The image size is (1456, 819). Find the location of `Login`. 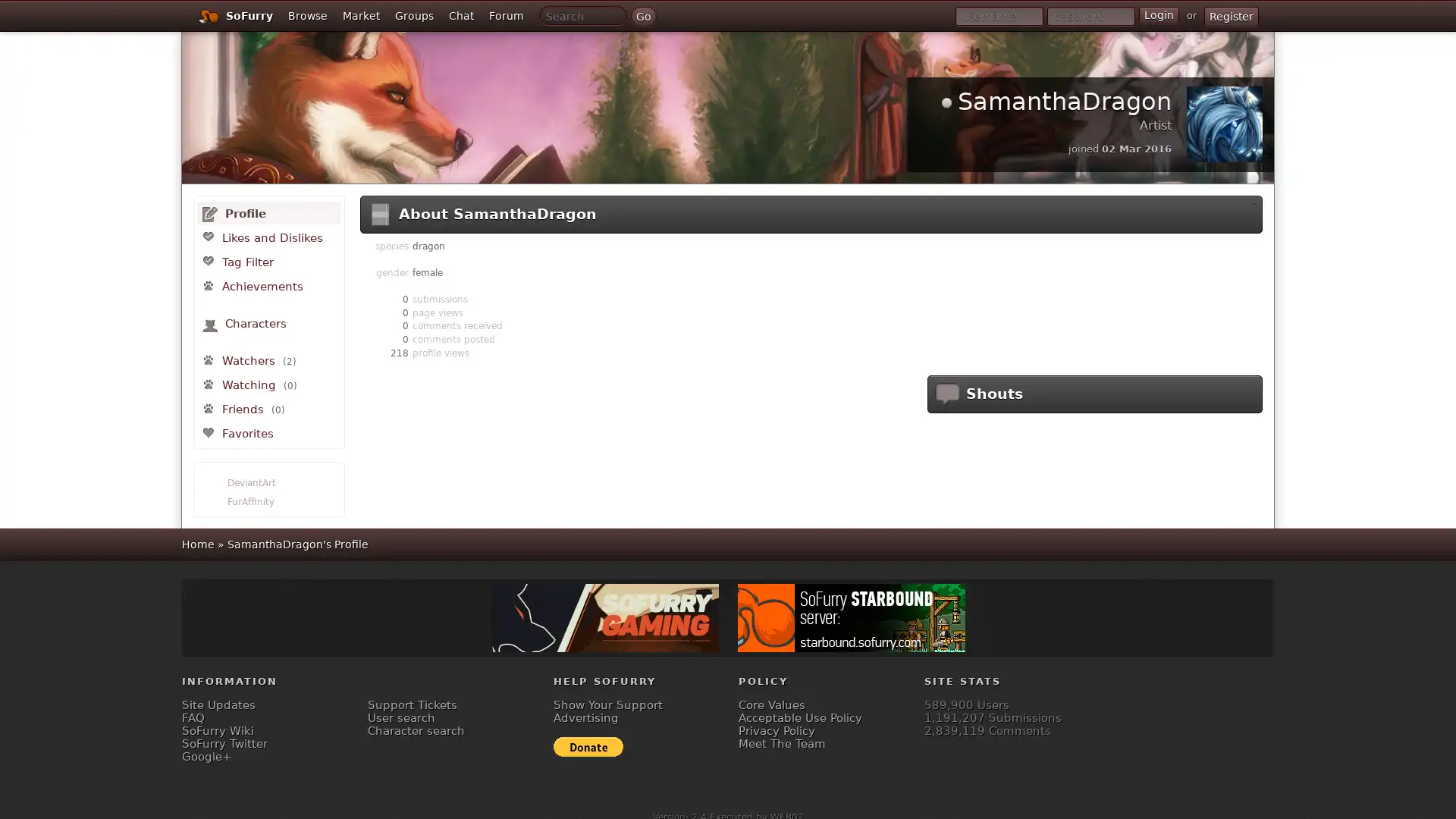

Login is located at coordinates (1158, 14).